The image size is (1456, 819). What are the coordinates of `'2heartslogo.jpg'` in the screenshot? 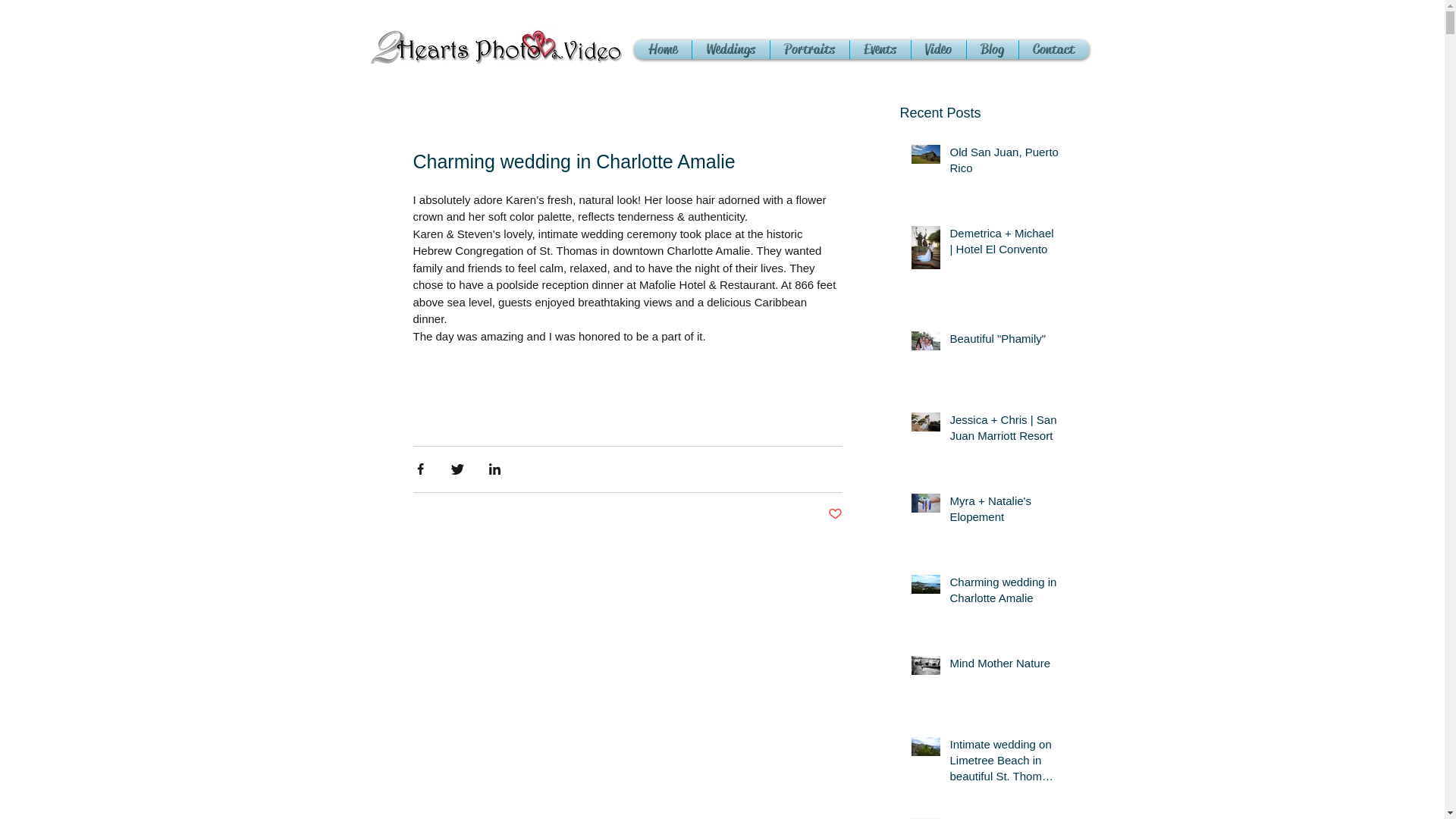 It's located at (495, 45).